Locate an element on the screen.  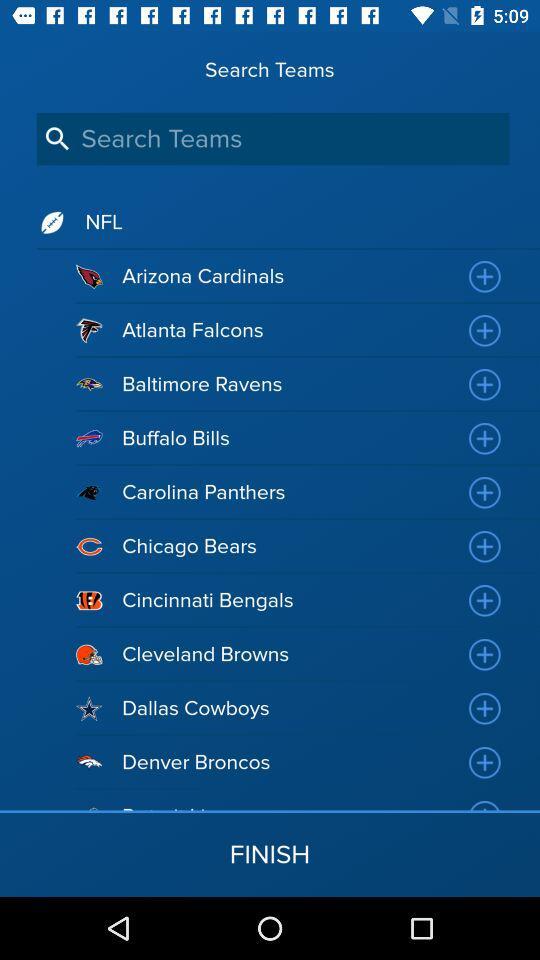
search is located at coordinates (272, 138).